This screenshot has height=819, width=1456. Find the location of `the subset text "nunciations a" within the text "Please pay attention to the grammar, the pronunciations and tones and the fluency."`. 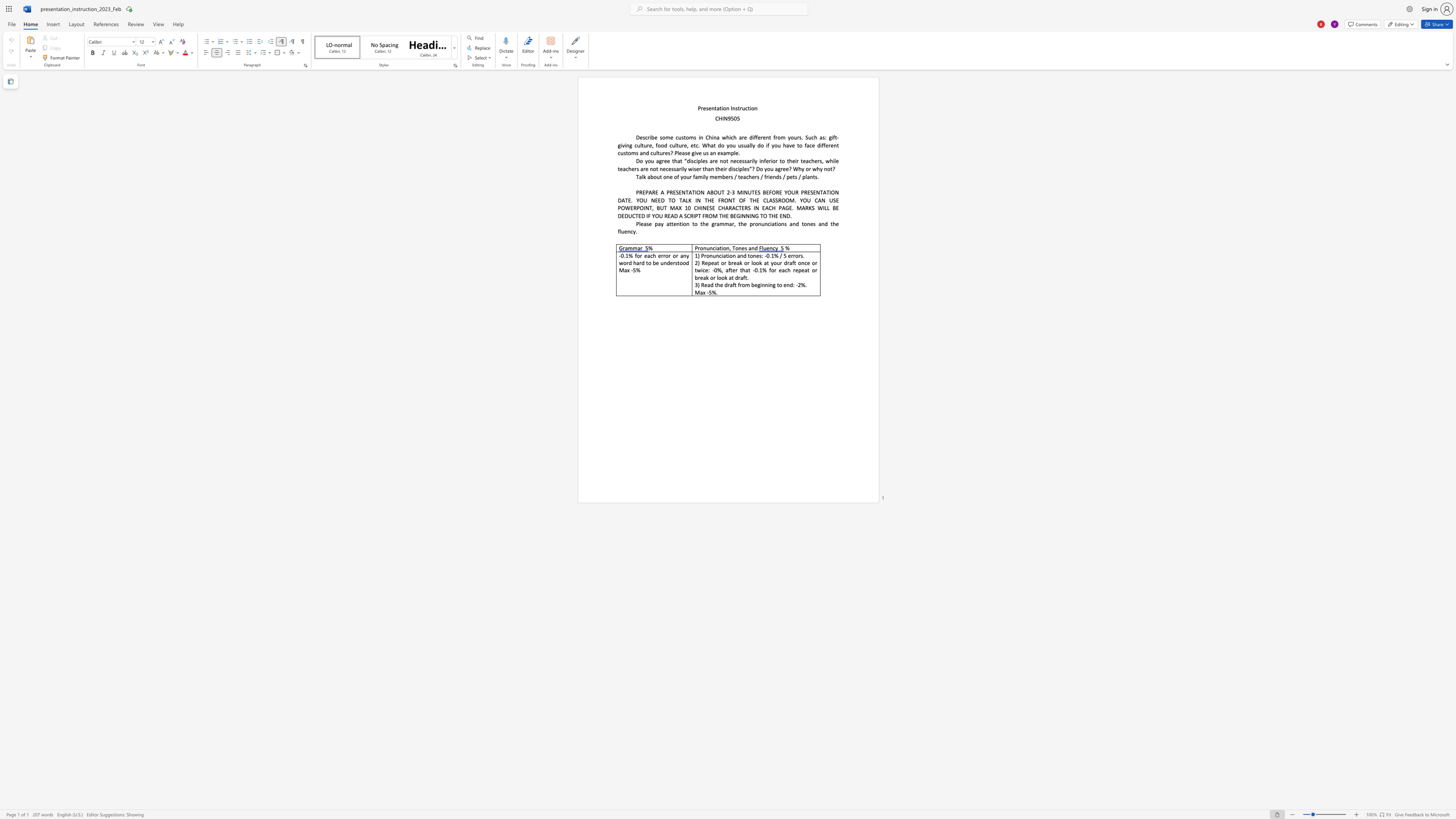

the subset text "nunciations a" within the text "Please pay attention to the grammar, the pronunciations and tones and the fluency." is located at coordinates (757, 223).